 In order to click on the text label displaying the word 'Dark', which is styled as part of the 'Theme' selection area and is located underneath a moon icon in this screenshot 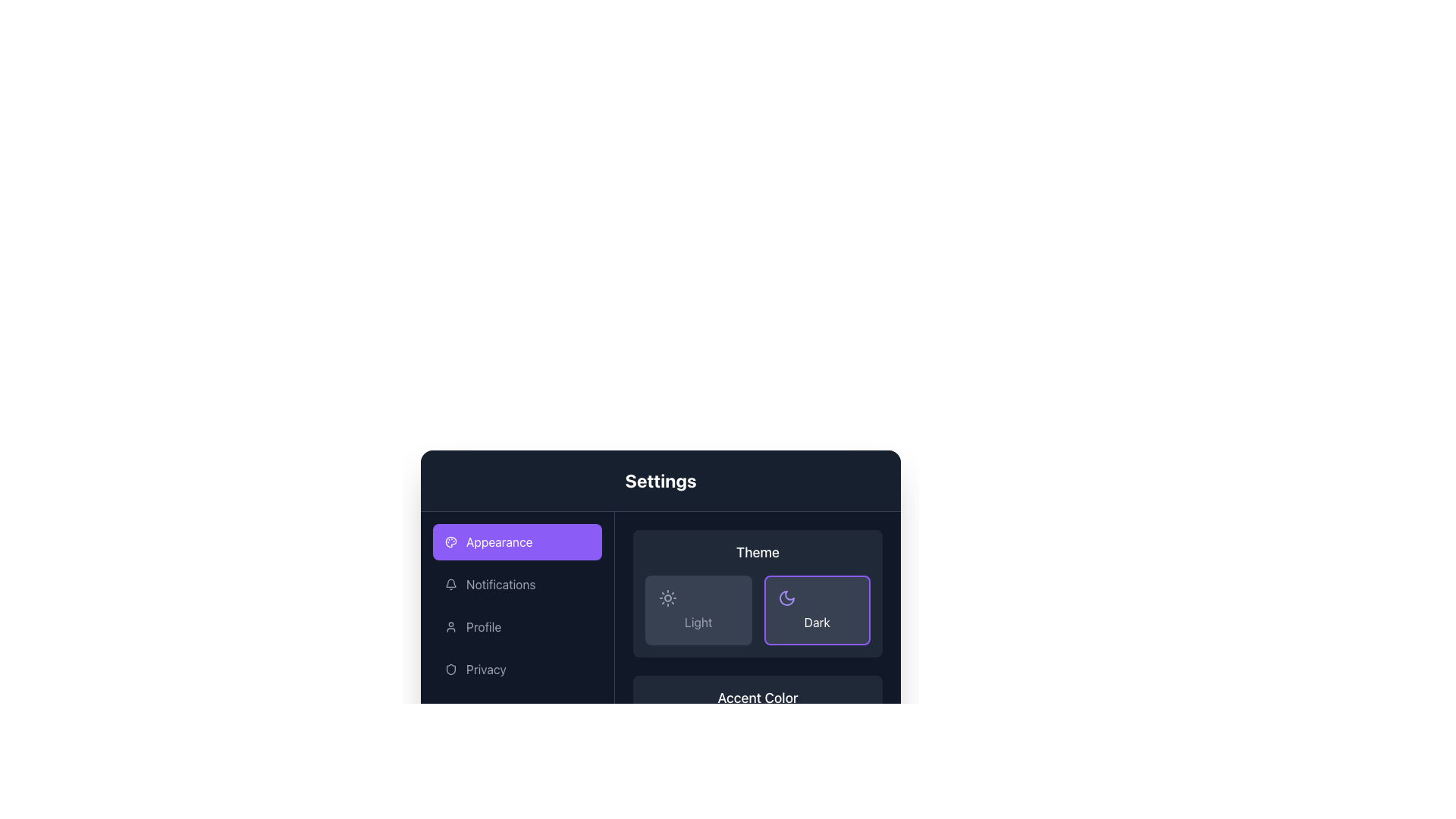, I will do `click(816, 623)`.